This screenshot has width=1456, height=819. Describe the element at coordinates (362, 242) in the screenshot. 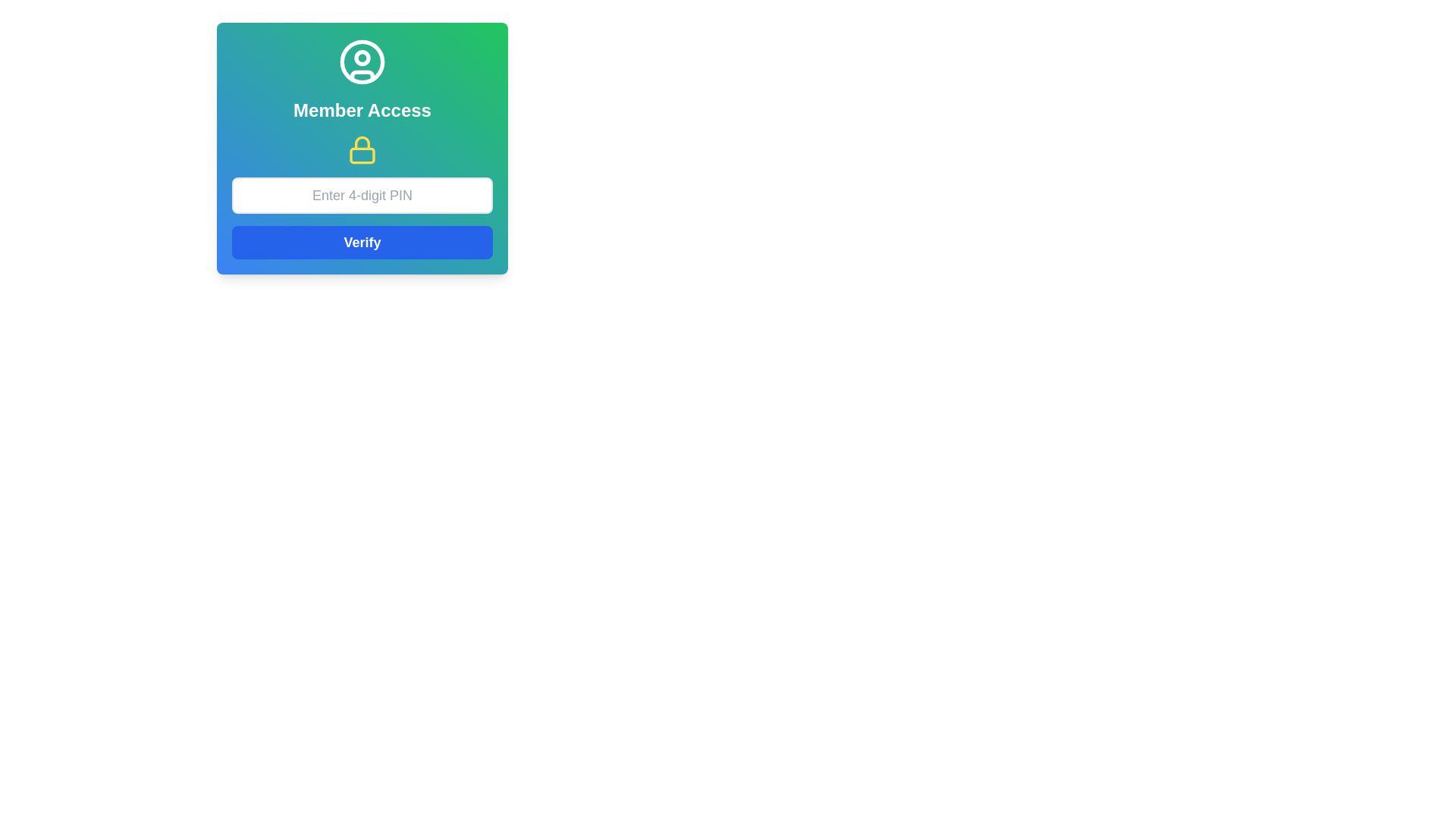

I see `the button that triggers the PIN verification action, located below the 'Enter 4-digit PIN' input field, to activate the hover styling` at that location.